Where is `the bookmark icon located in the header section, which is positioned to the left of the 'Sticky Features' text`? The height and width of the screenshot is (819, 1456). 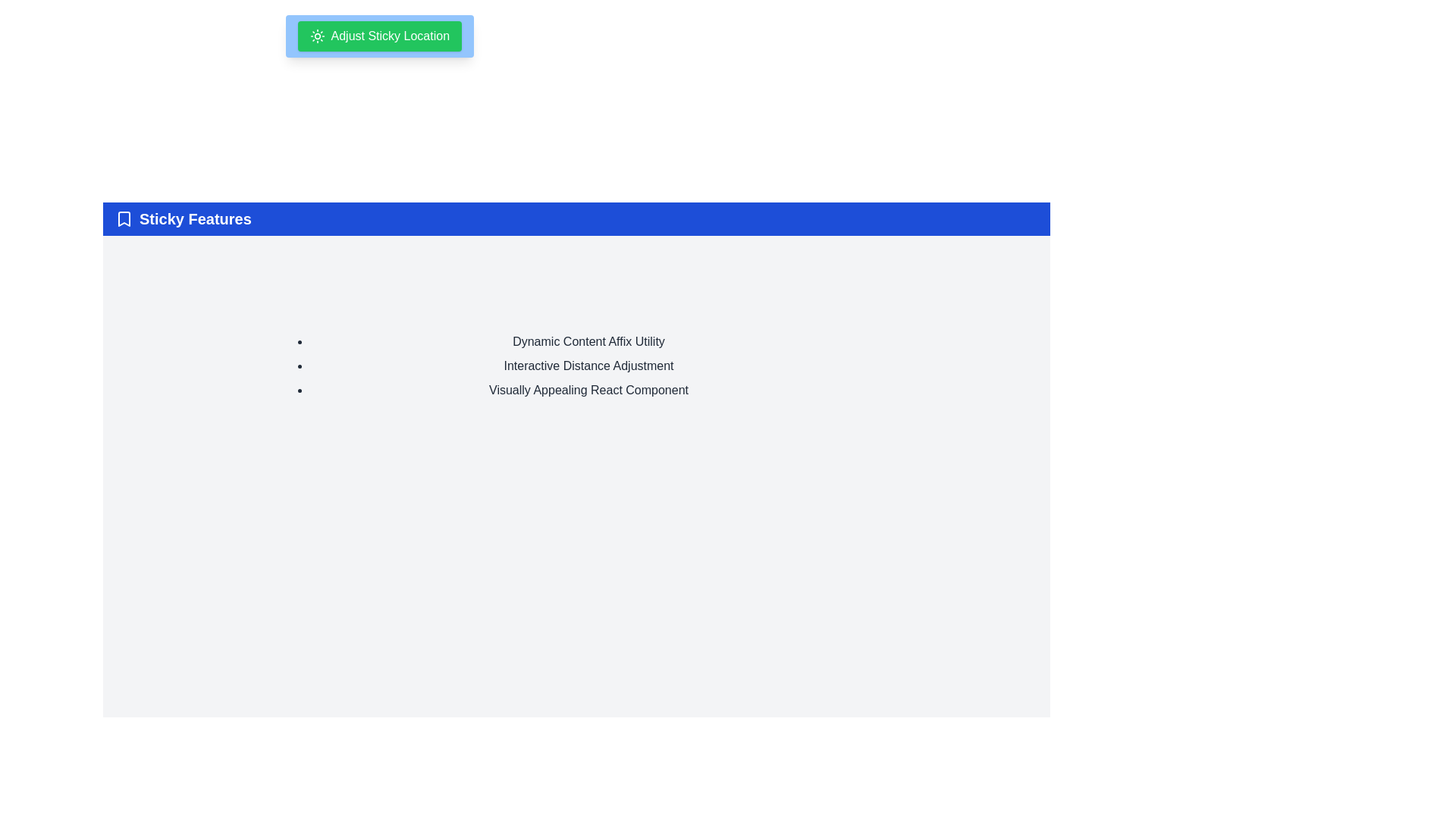 the bookmark icon located in the header section, which is positioned to the left of the 'Sticky Features' text is located at coordinates (124, 219).